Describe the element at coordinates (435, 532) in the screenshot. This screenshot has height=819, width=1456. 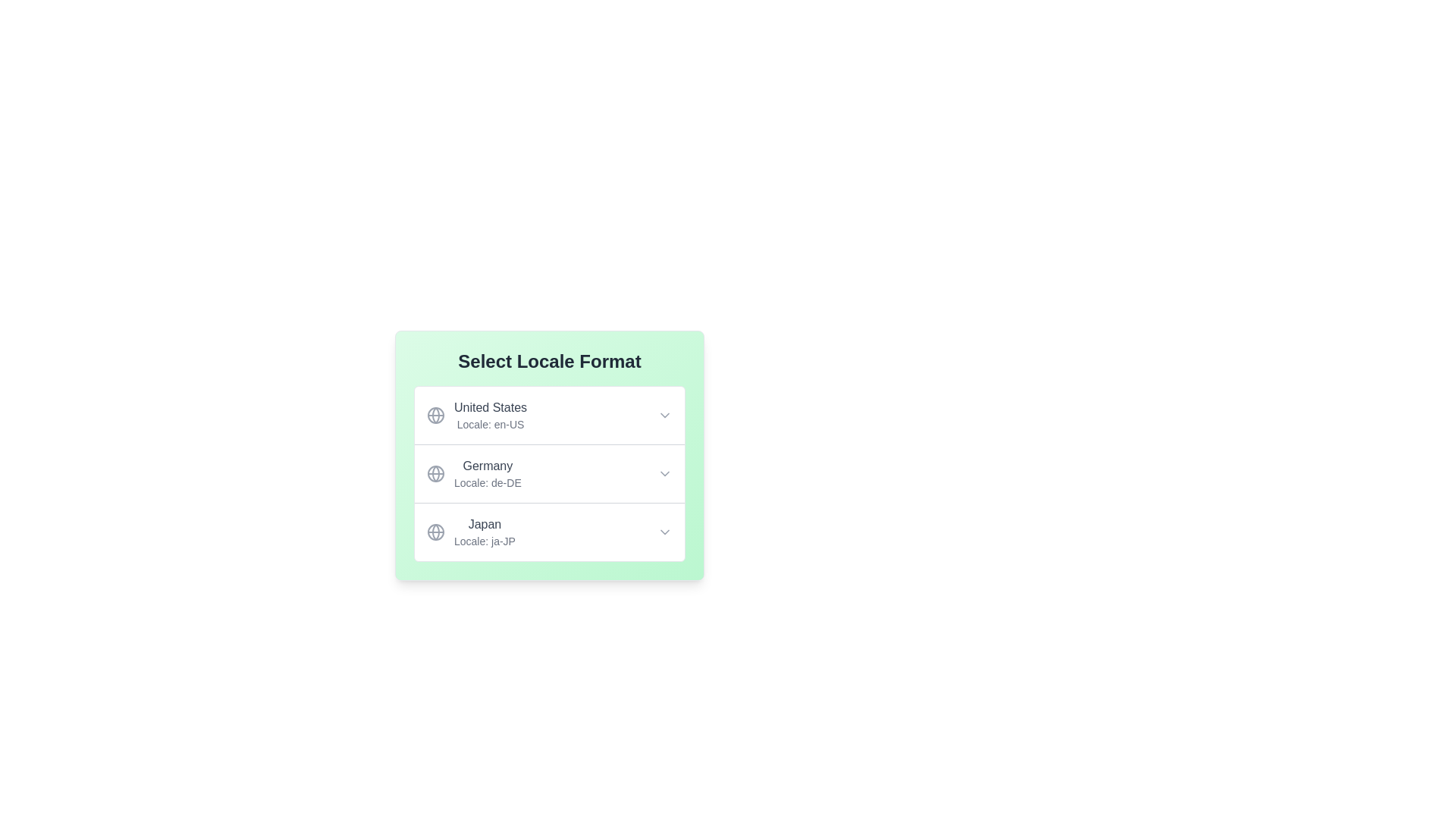
I see `the outermost circular part of the globe icon, which is part of the 'Select Locale Format' group, near the 'United States' option` at that location.